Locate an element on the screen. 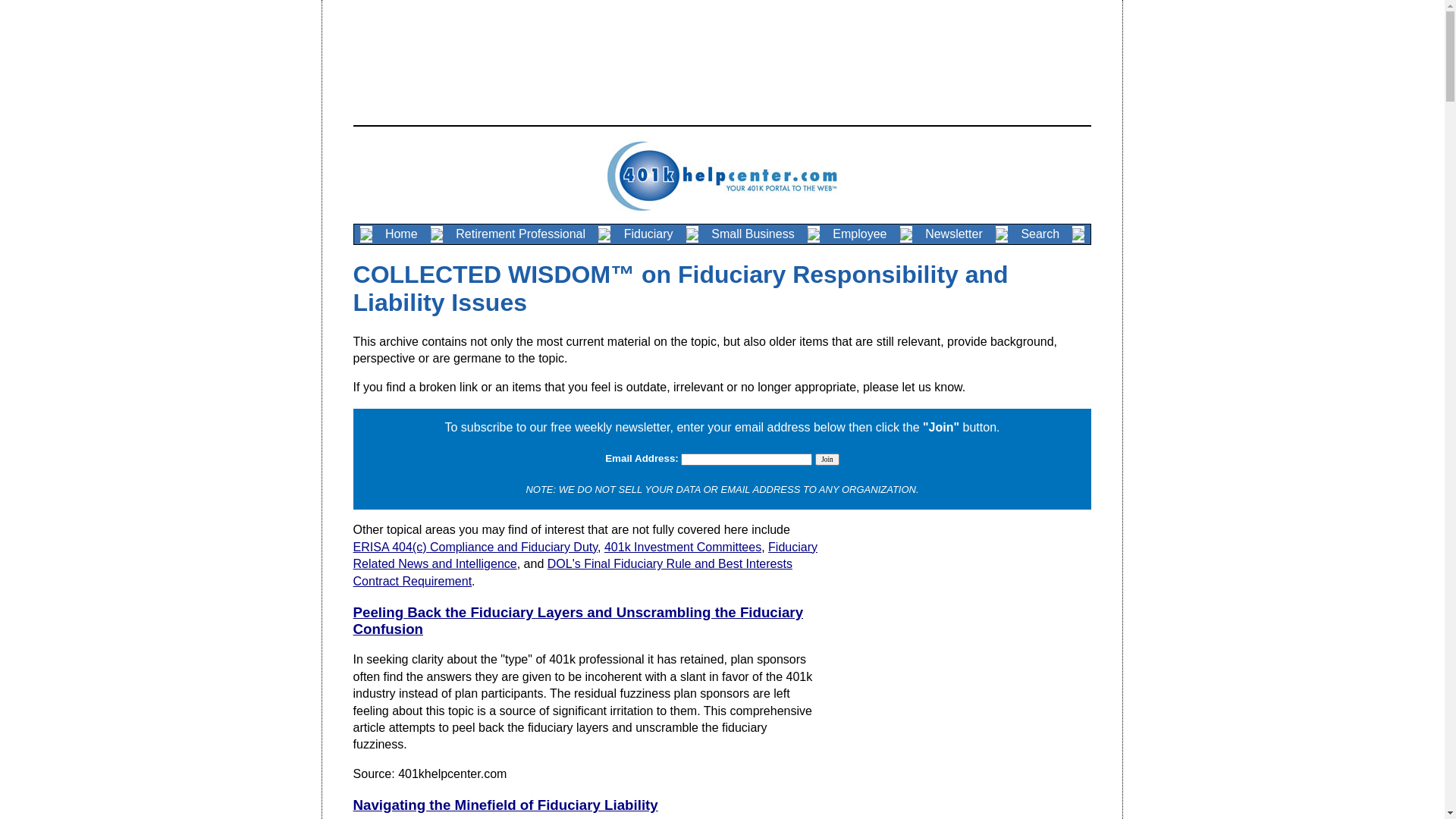 This screenshot has width=1456, height=819. '   Employee   ' is located at coordinates (859, 234).